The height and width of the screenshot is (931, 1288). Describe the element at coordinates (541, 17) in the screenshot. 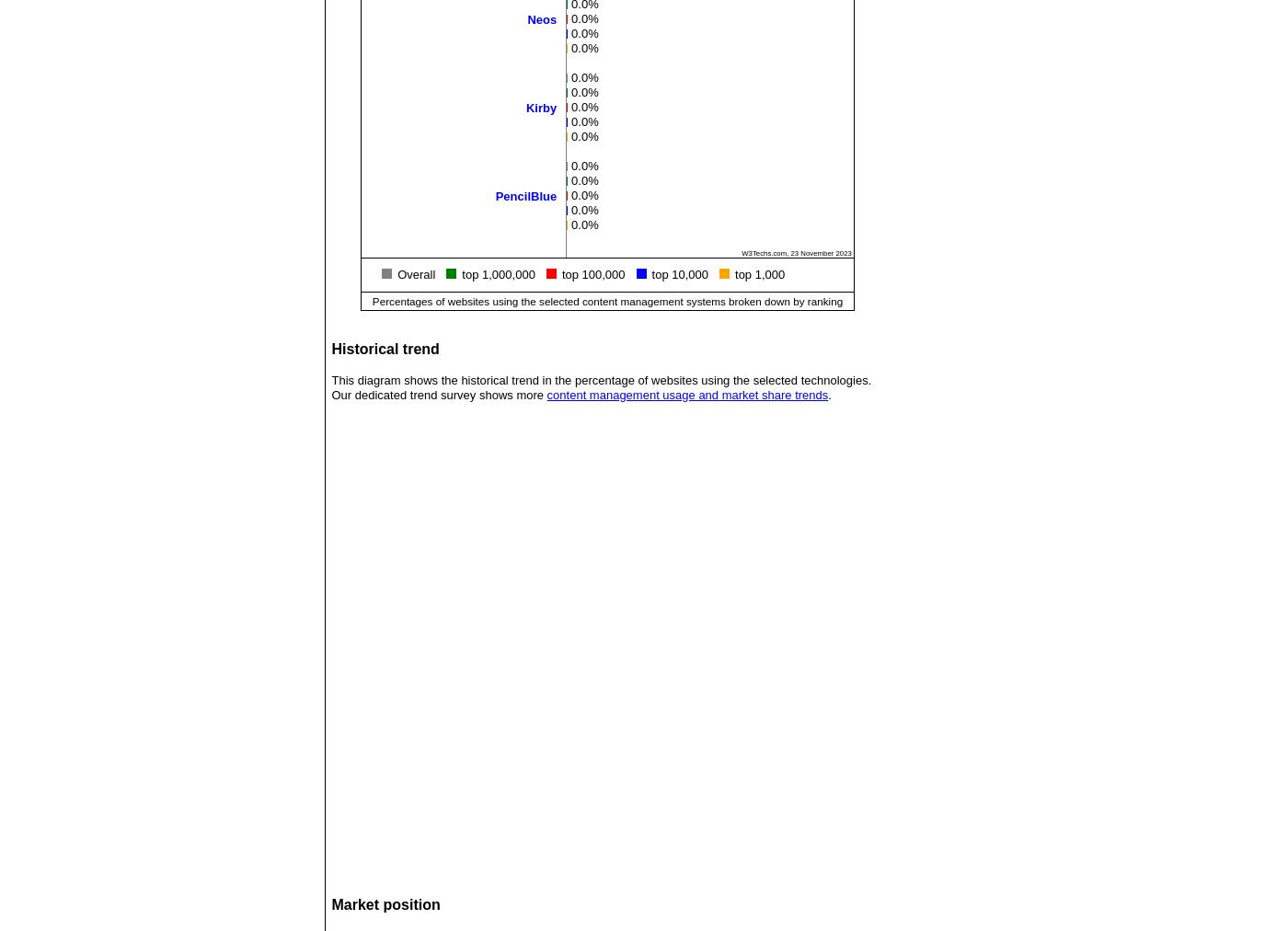

I see `'Neos'` at that location.